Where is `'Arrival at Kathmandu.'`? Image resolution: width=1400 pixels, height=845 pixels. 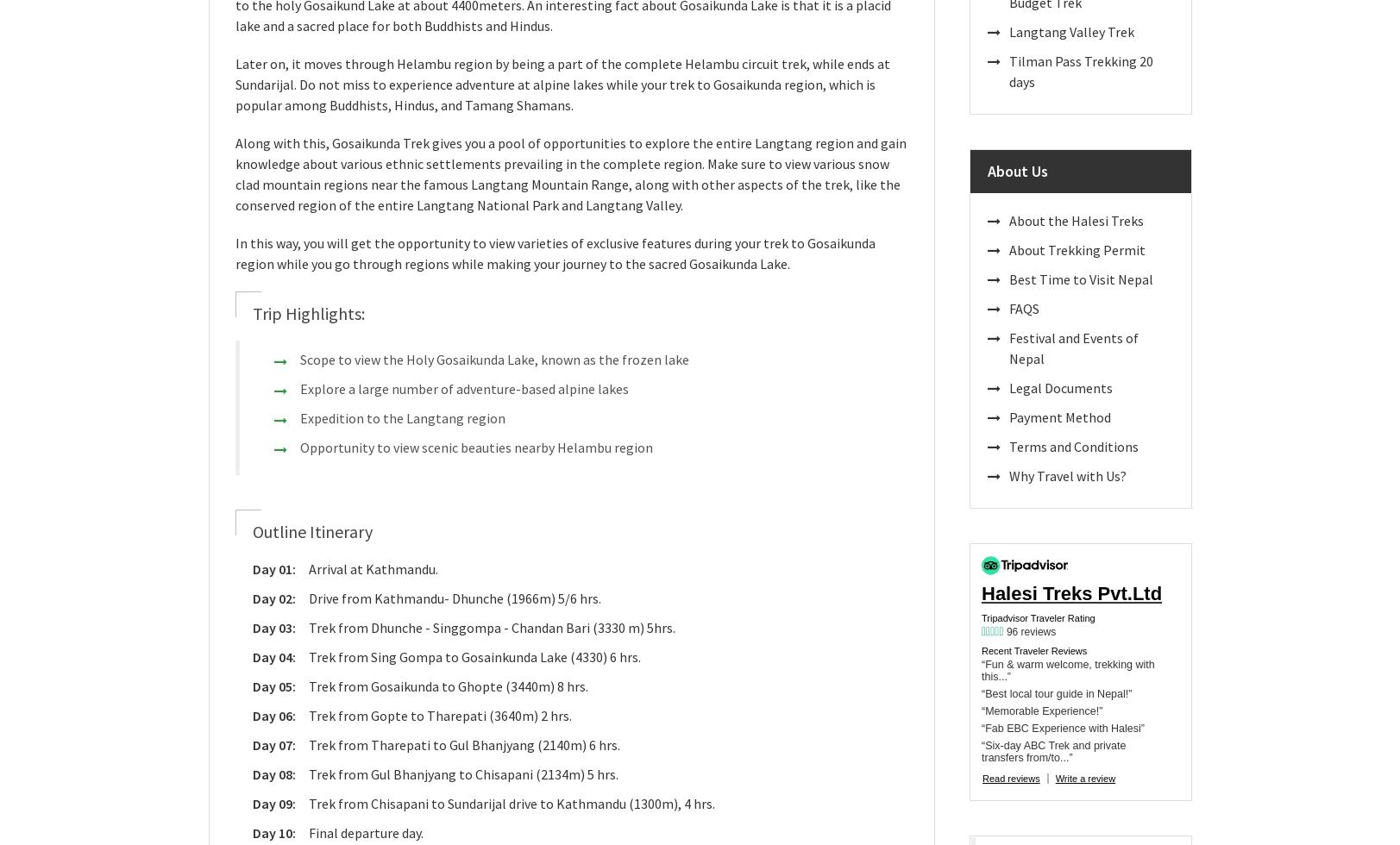 'Arrival at Kathmandu.' is located at coordinates (308, 569).